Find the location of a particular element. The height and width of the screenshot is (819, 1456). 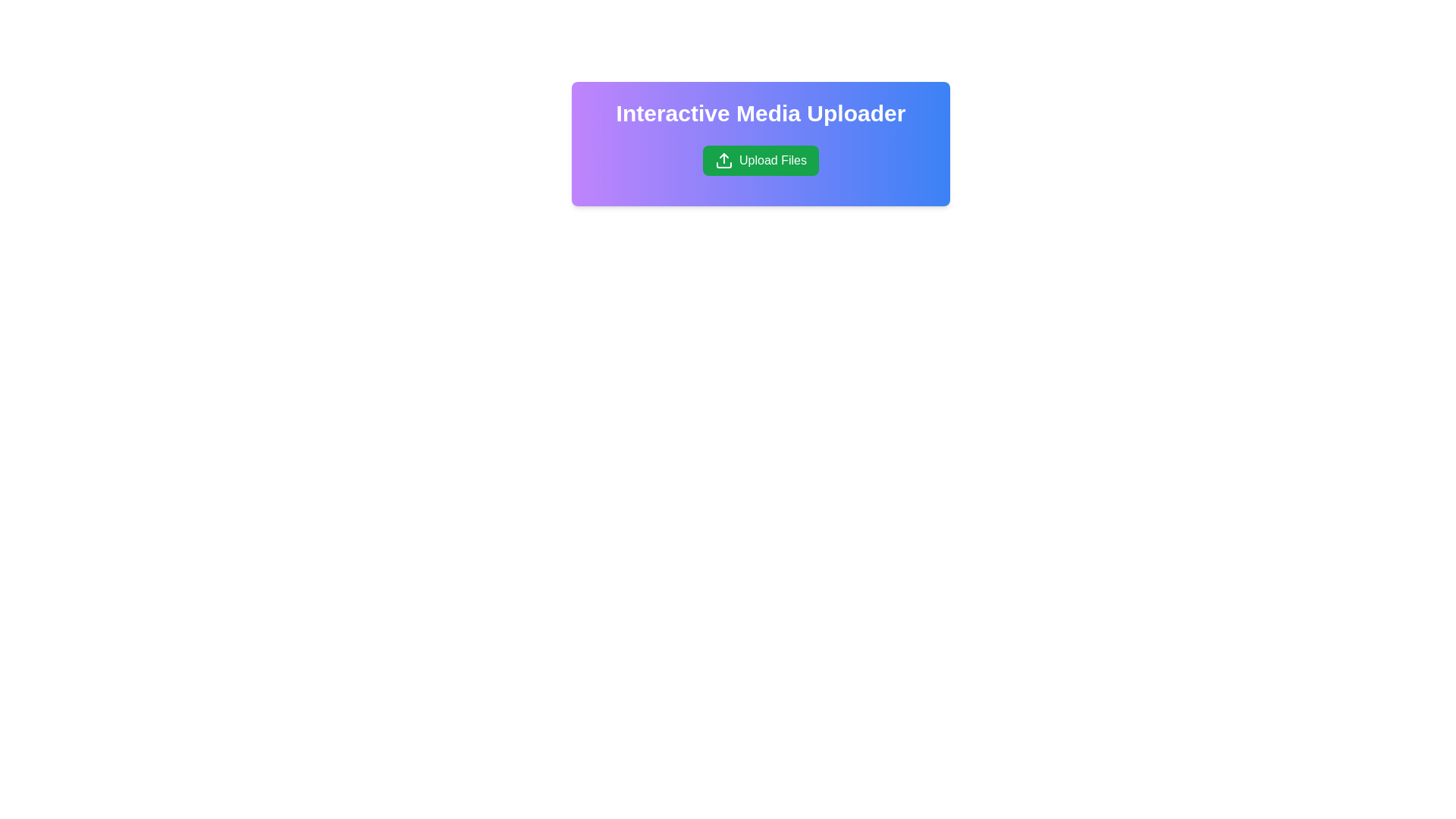

the upload icon, which is represented by an upward arrow and is part of the green button labeled 'Upload Files' is located at coordinates (723, 161).